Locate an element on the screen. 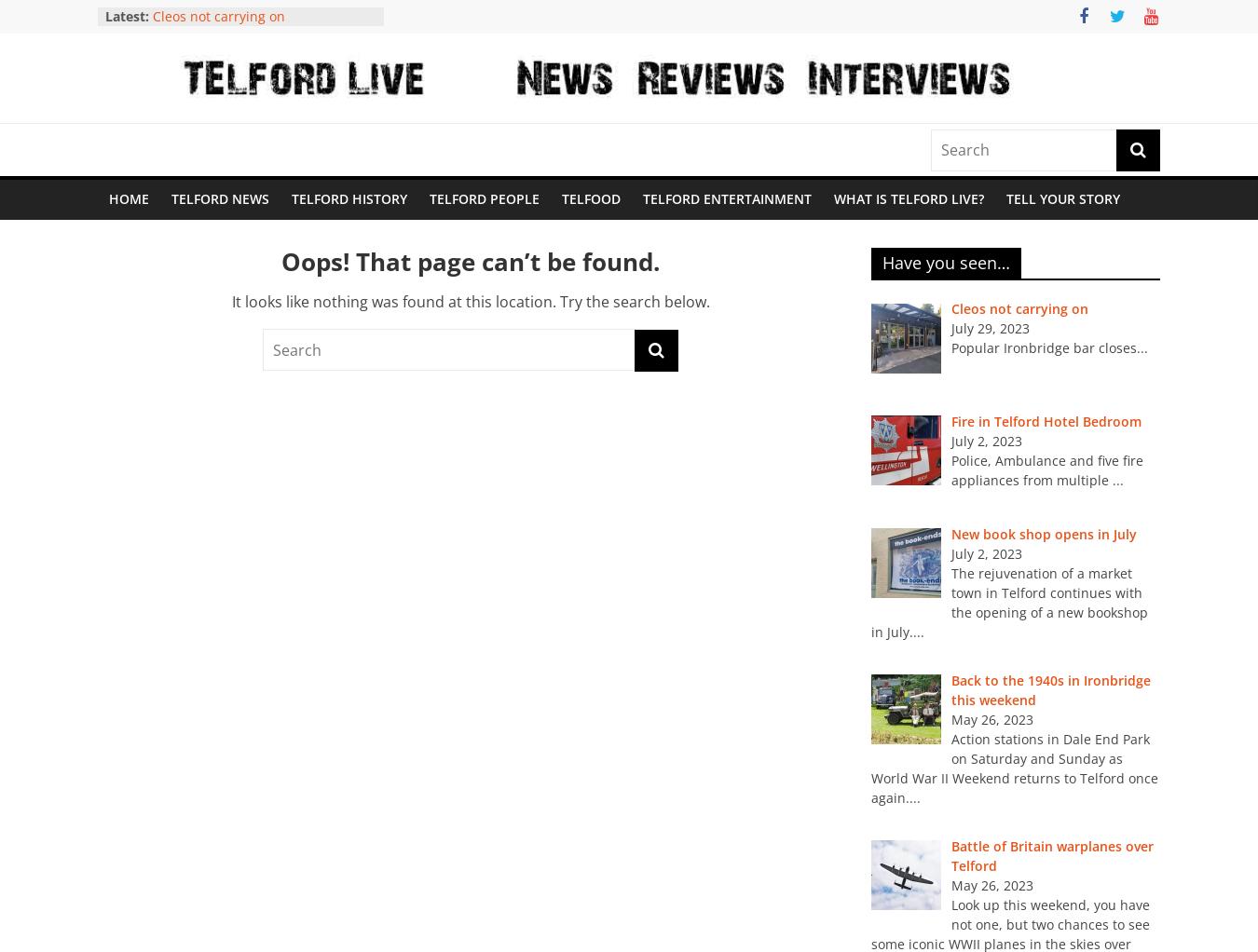  'July 29, 2023' is located at coordinates (990, 328).